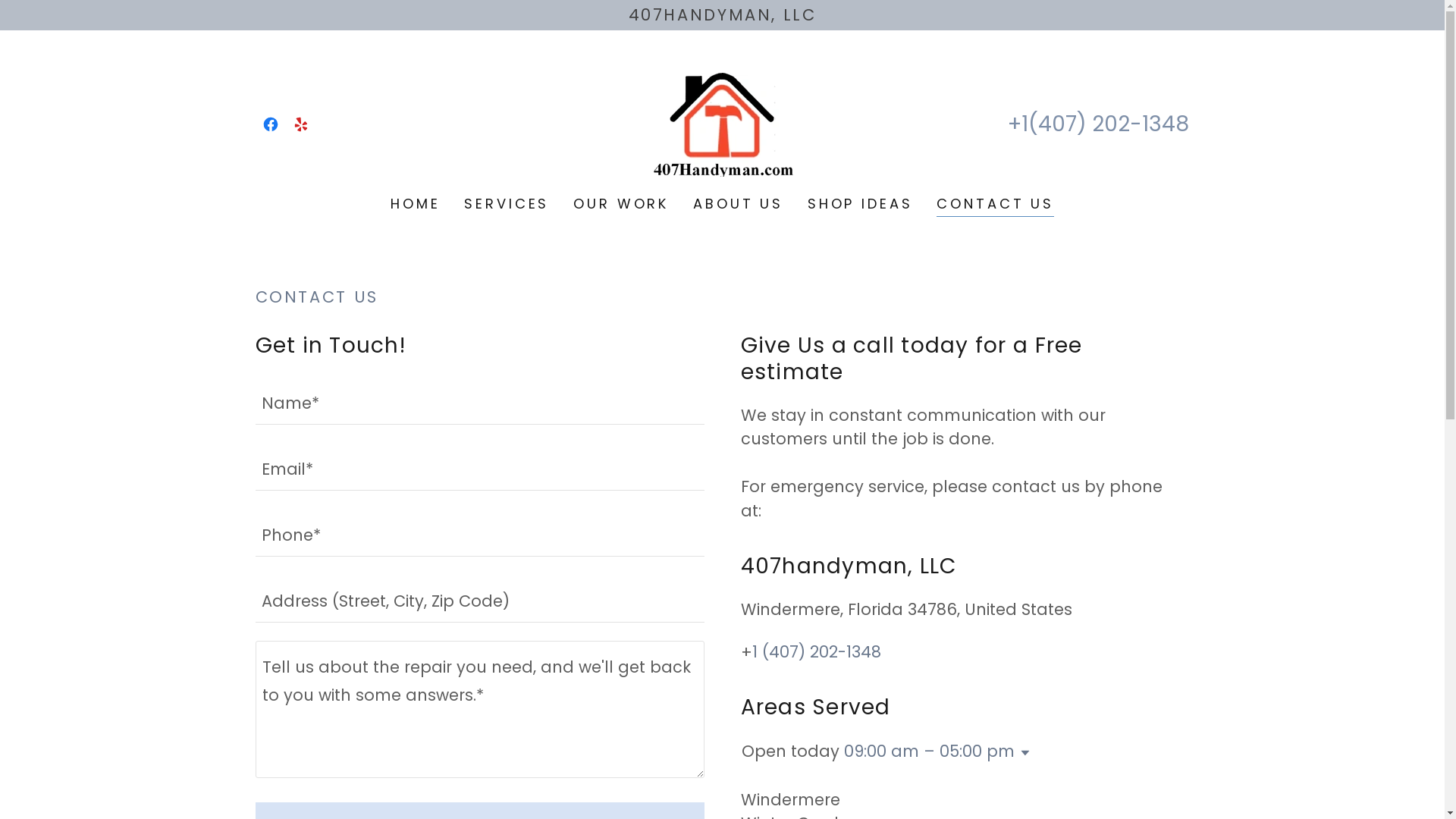 The width and height of the screenshot is (1456, 819). Describe the element at coordinates (860, 202) in the screenshot. I see `'SHOP IDEAS'` at that location.